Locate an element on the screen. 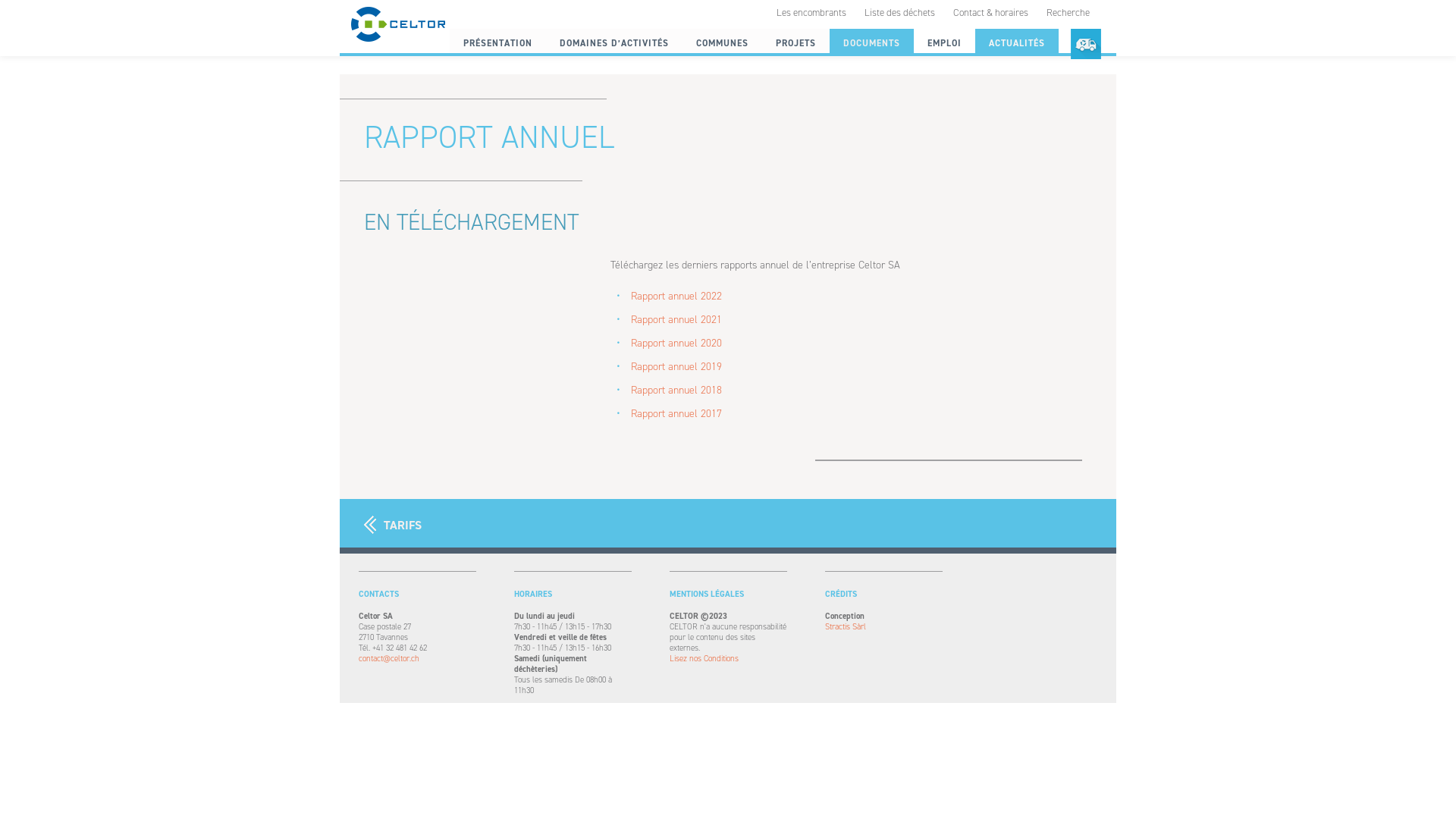 This screenshot has height=819, width=1456. 'Rapport annuel 2019' is located at coordinates (676, 366).